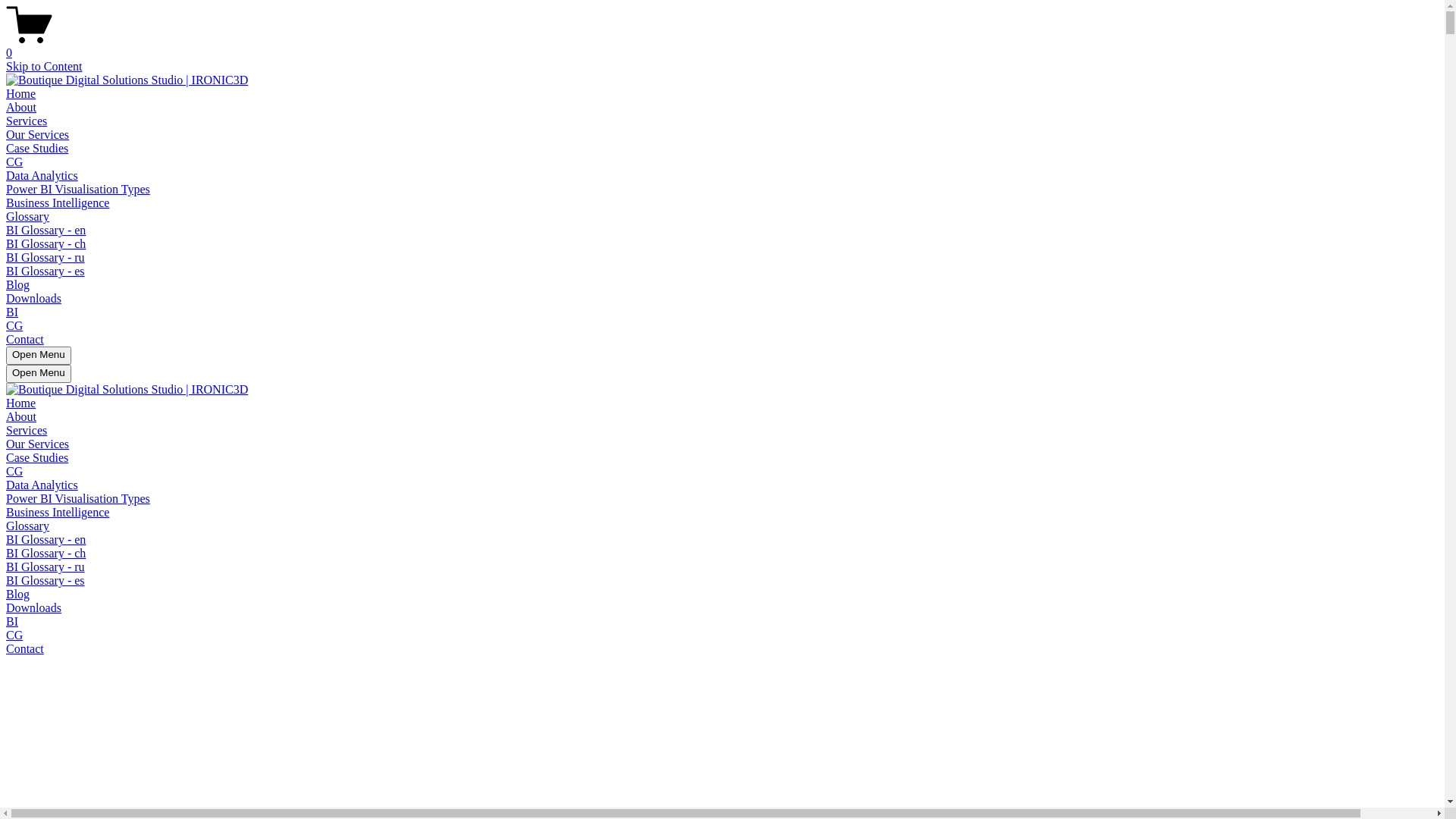 This screenshot has width=1456, height=819. Describe the element at coordinates (11, 621) in the screenshot. I see `'BI'` at that location.